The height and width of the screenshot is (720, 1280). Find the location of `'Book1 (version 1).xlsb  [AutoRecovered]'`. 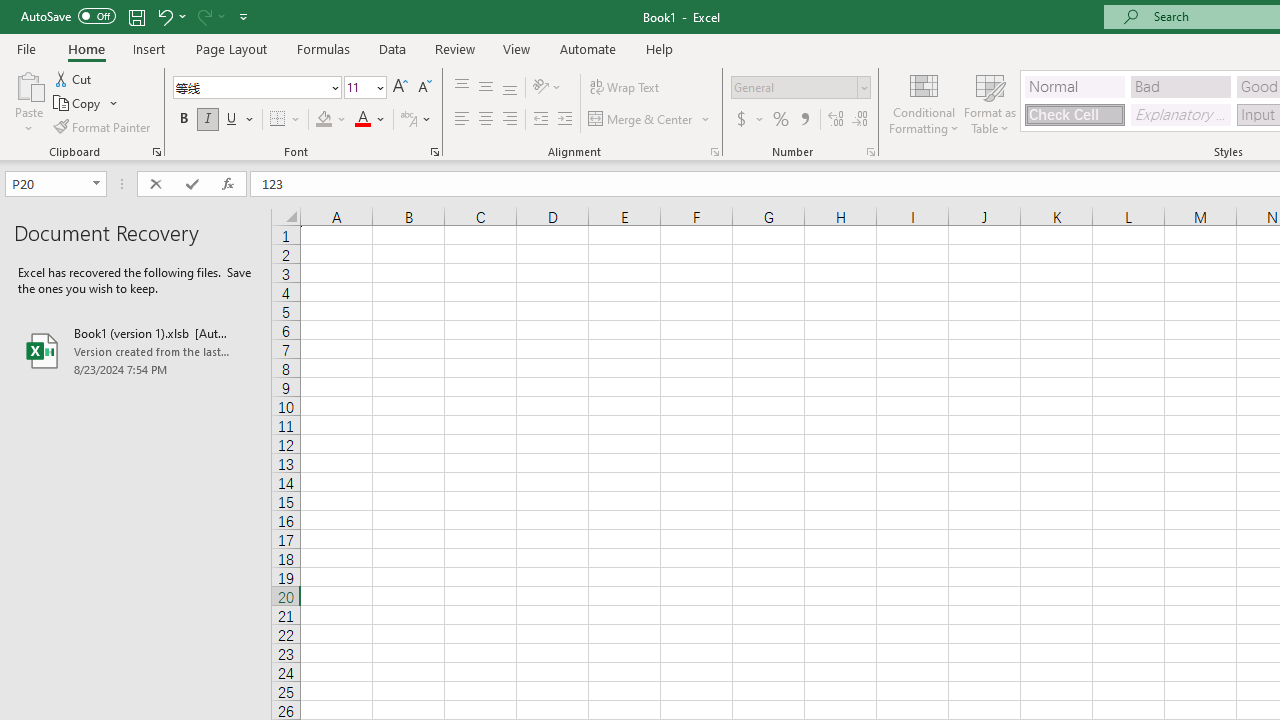

'Book1 (version 1).xlsb  [AutoRecovered]' is located at coordinates (135, 350).